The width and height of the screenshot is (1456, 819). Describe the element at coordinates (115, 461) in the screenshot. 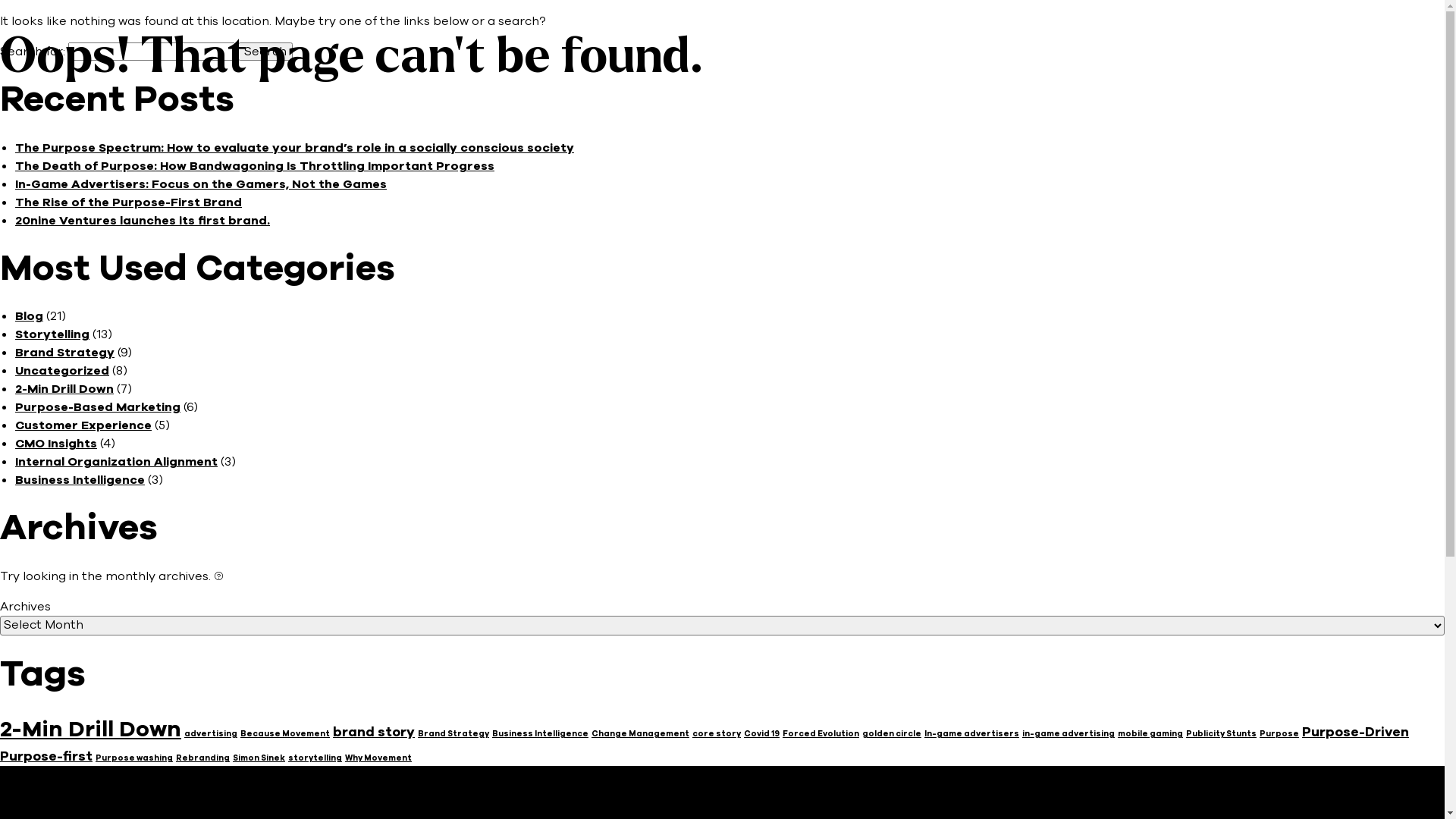

I see `'Internal Organization Alignment'` at that location.